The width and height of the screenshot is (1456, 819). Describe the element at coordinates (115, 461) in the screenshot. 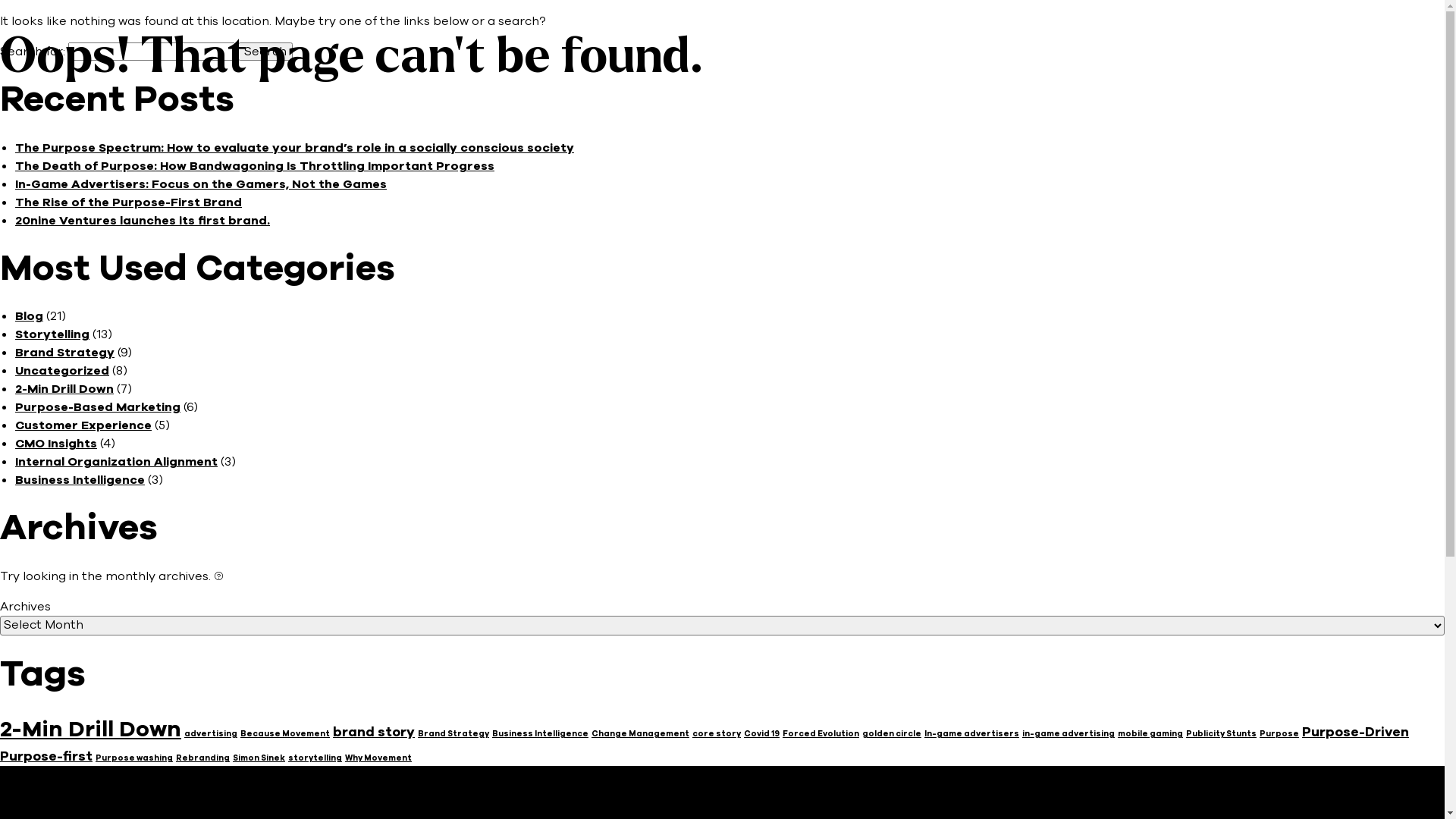

I see `'Internal Organization Alignment'` at that location.